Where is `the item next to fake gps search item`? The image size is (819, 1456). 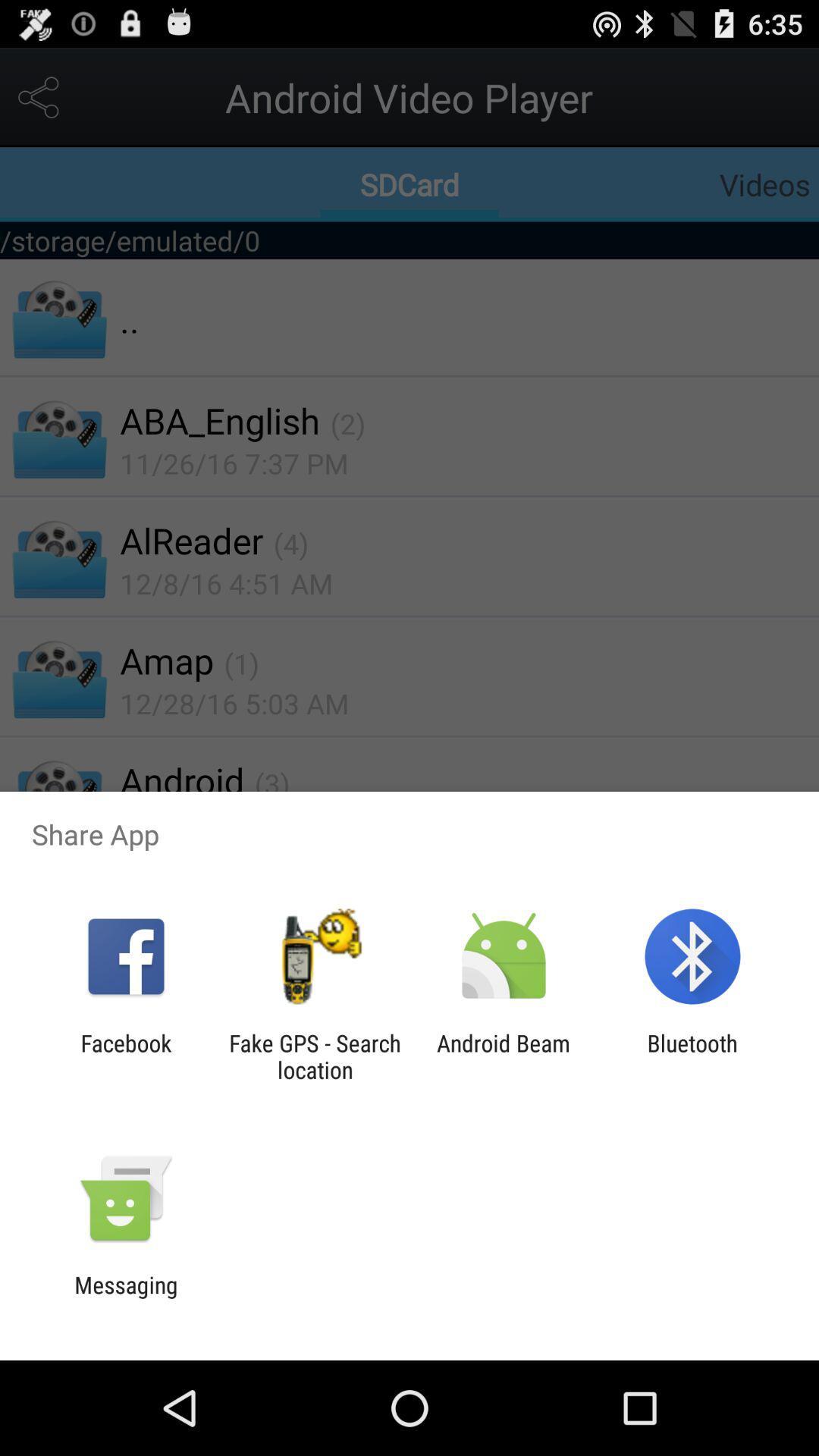 the item next to fake gps search item is located at coordinates (504, 1056).